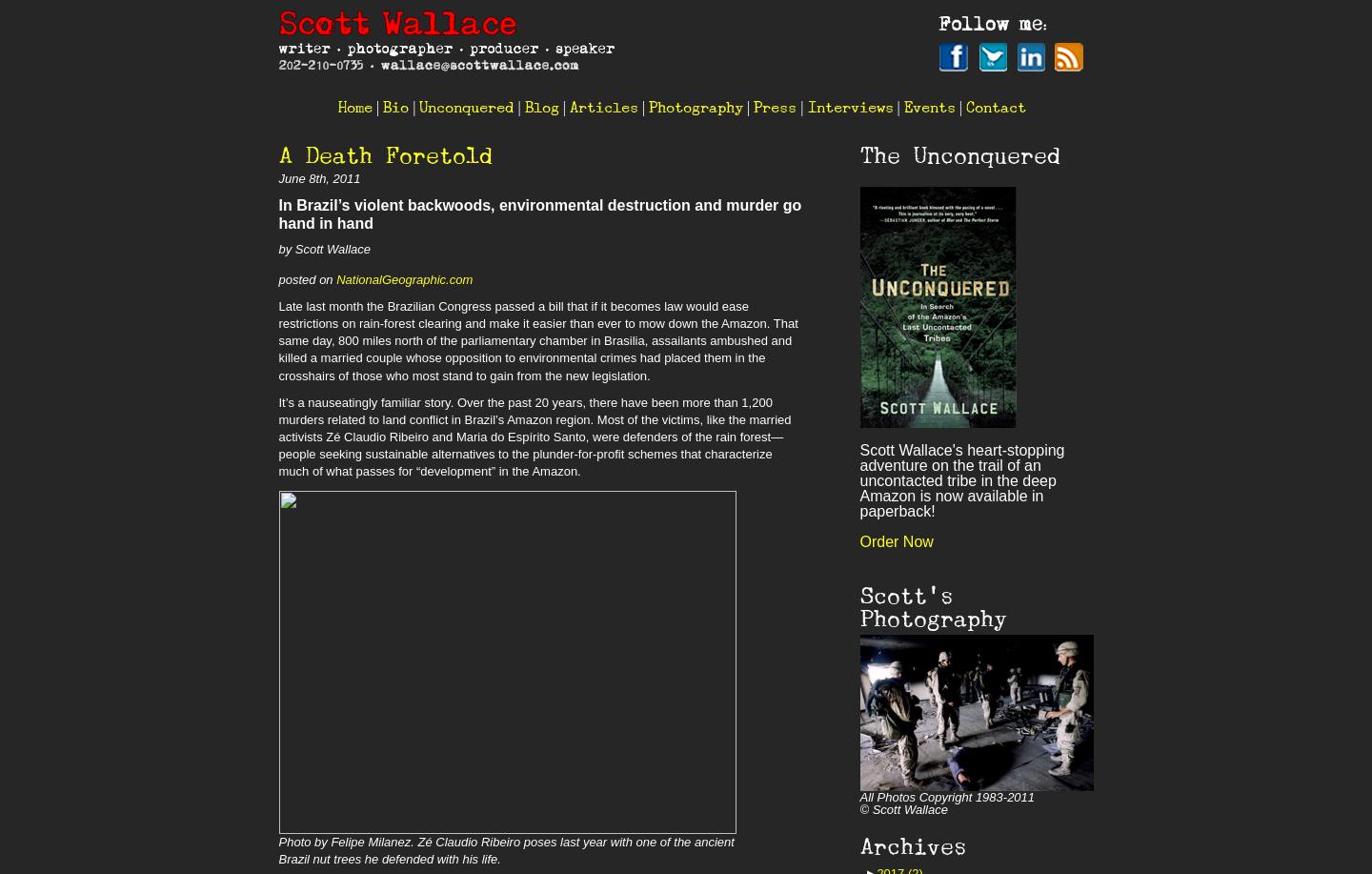  What do you see at coordinates (318, 178) in the screenshot?
I see `'June 8th, 2011'` at bounding box center [318, 178].